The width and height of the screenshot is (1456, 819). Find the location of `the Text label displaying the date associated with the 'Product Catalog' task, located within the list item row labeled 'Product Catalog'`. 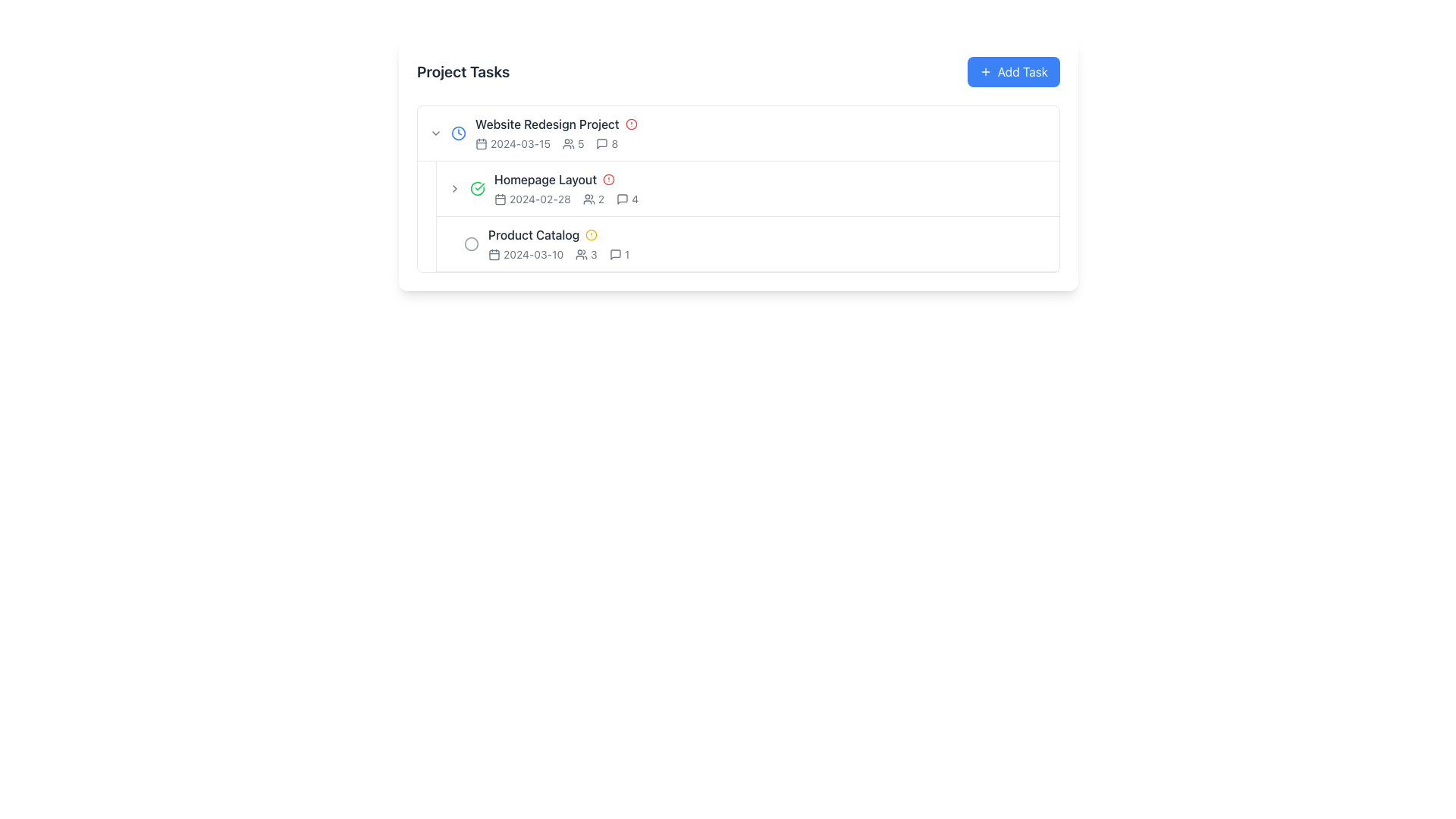

the Text label displaying the date associated with the 'Product Catalog' task, located within the list item row labeled 'Product Catalog' is located at coordinates (526, 253).